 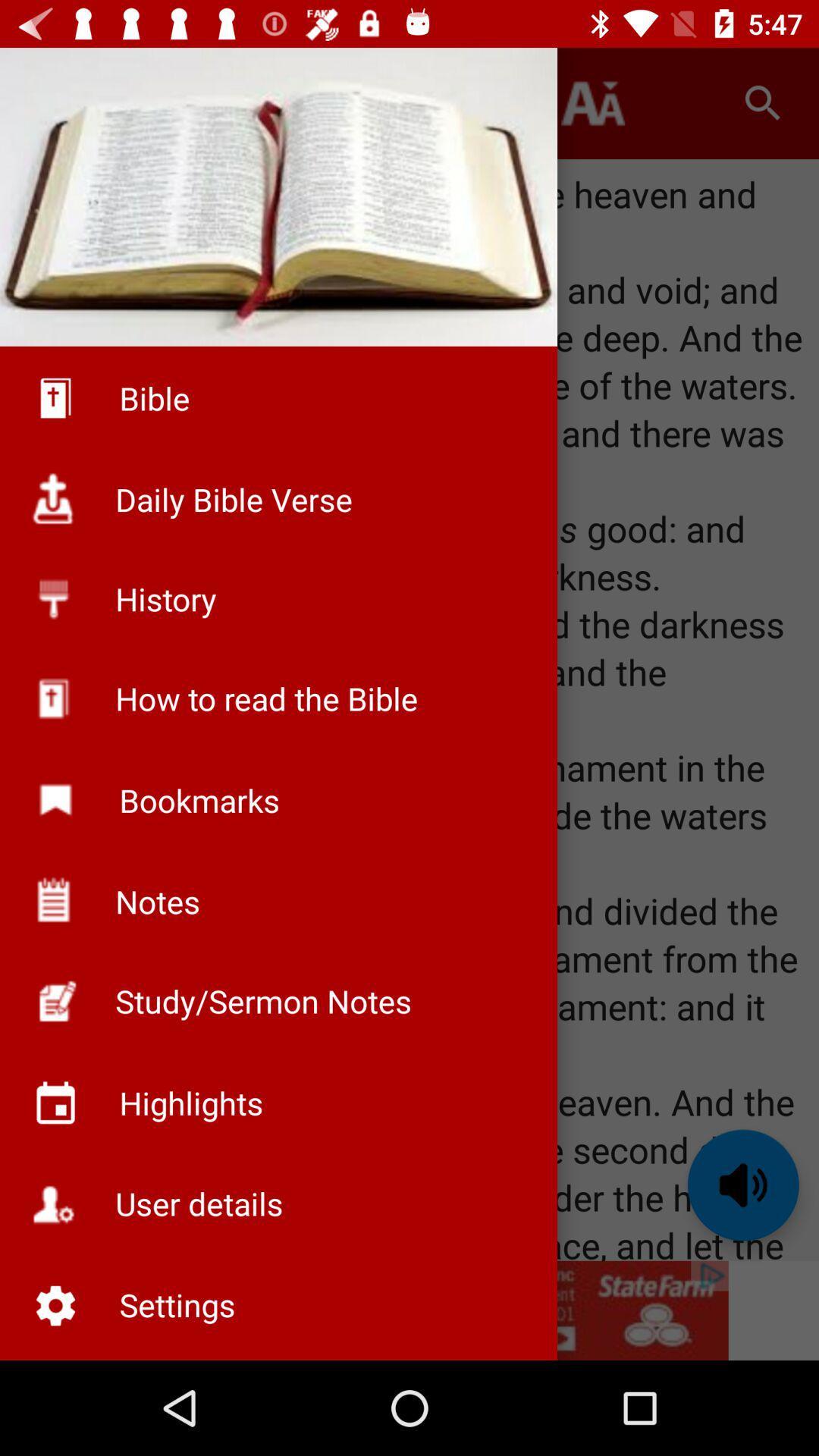 What do you see at coordinates (742, 1185) in the screenshot?
I see `the volume icon` at bounding box center [742, 1185].